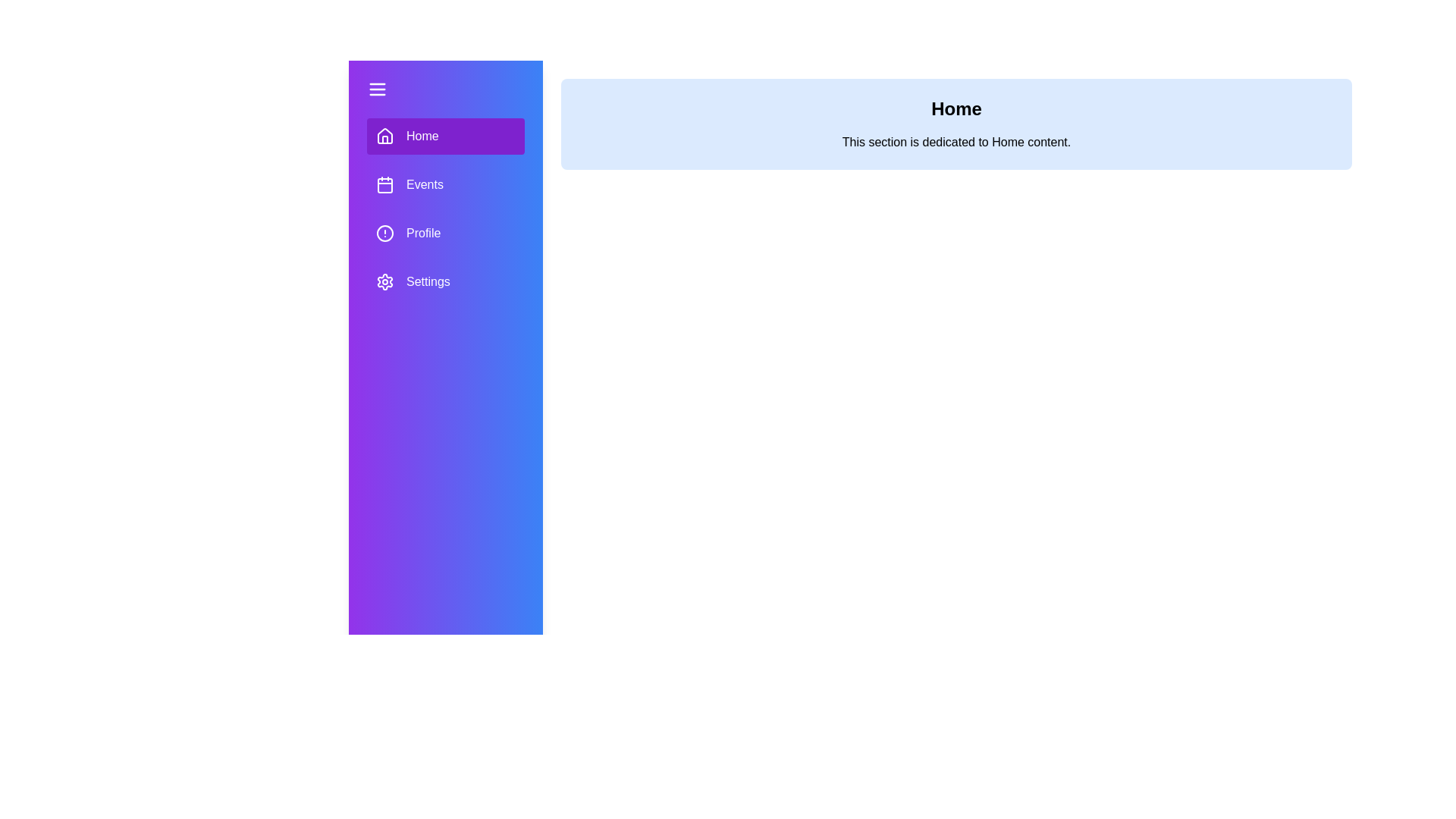 This screenshot has height=819, width=1456. I want to click on the text label that serves as the header for the section, located at the top center of the light blue section which introduces the content of the section, so click(955, 108).